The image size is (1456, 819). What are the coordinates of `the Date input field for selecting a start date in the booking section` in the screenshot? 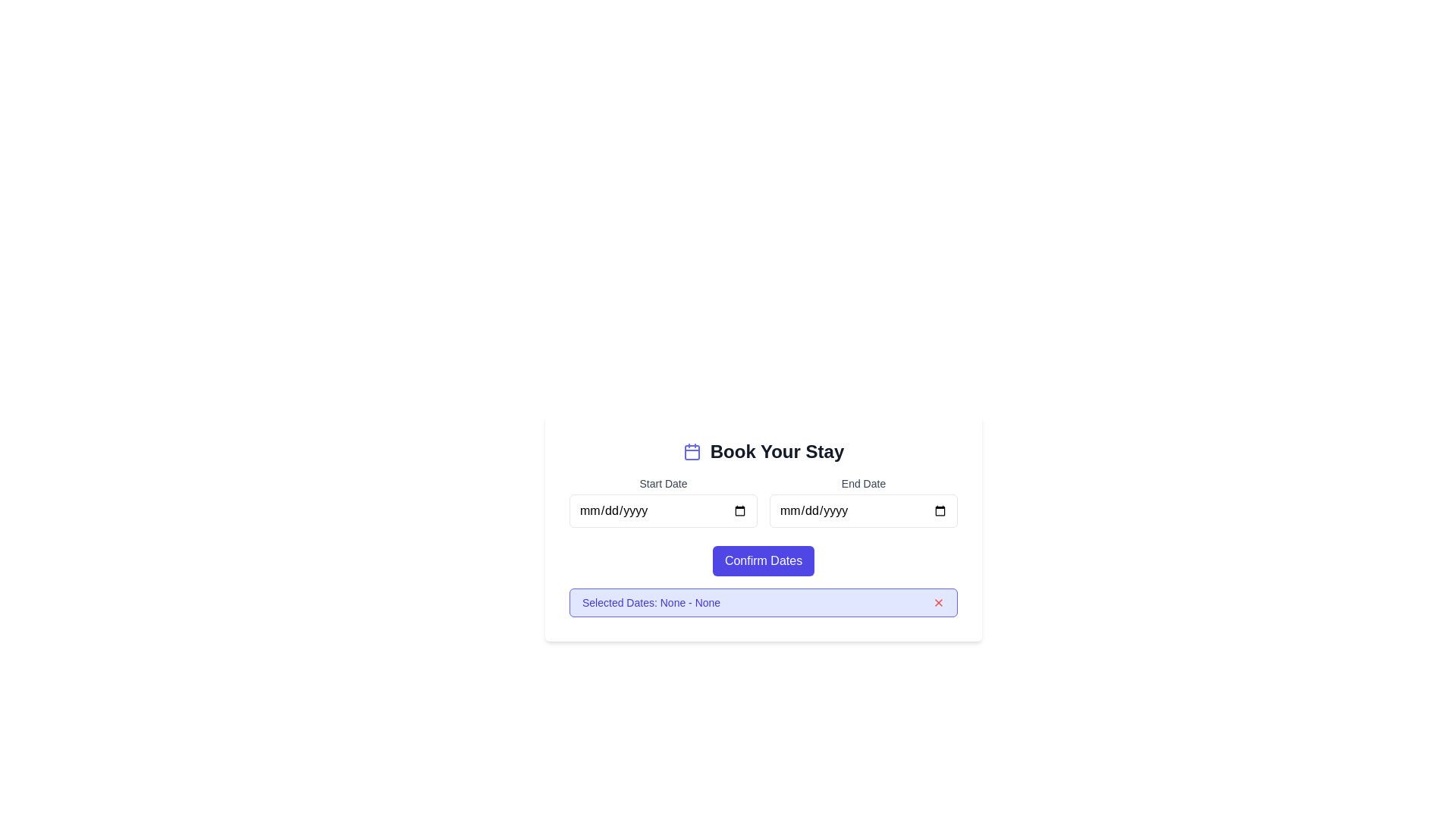 It's located at (663, 511).